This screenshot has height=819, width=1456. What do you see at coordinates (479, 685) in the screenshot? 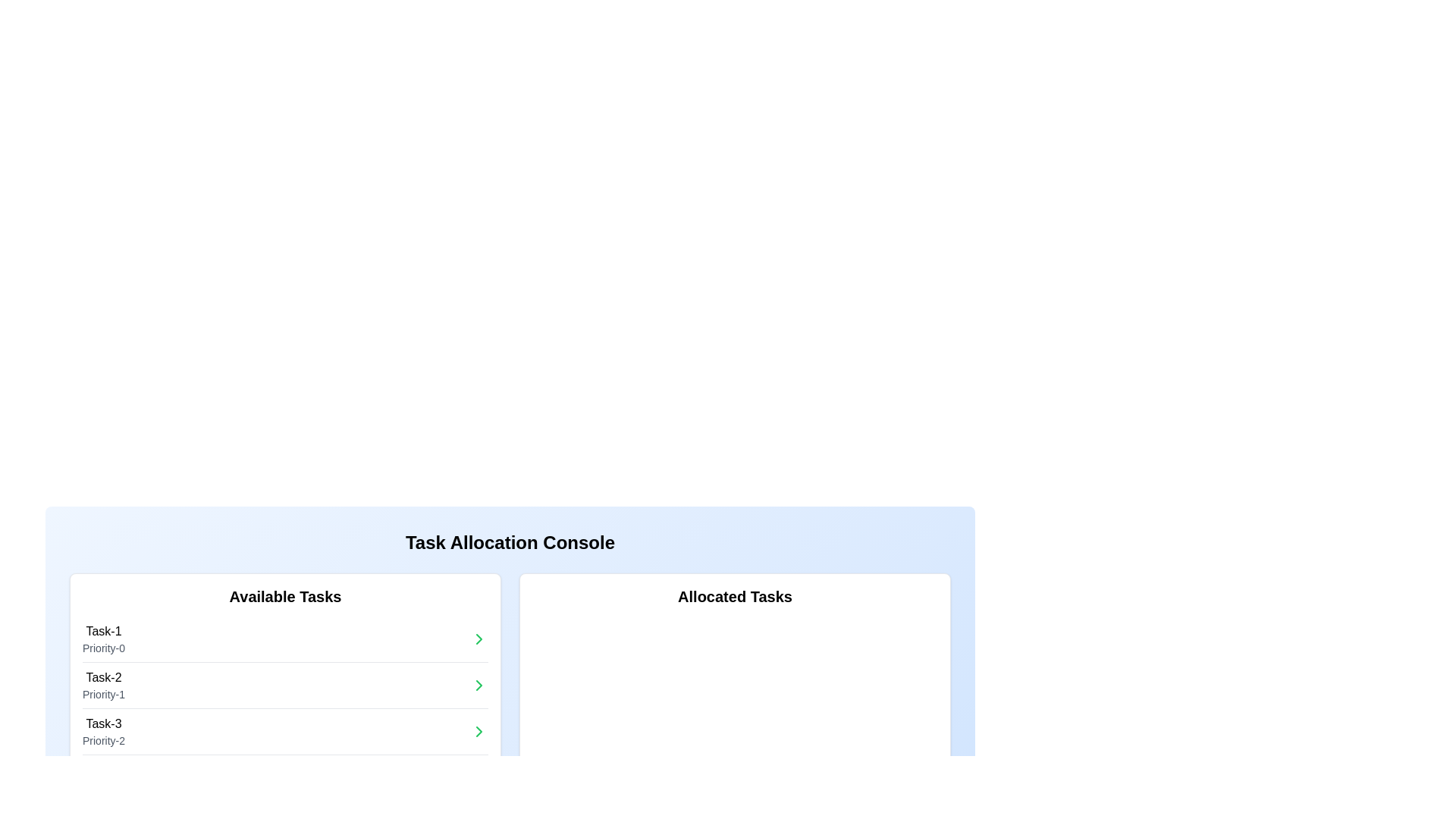
I see `the chevron icon located at the right-end of the second row in the 'Available Tasks' section` at bounding box center [479, 685].